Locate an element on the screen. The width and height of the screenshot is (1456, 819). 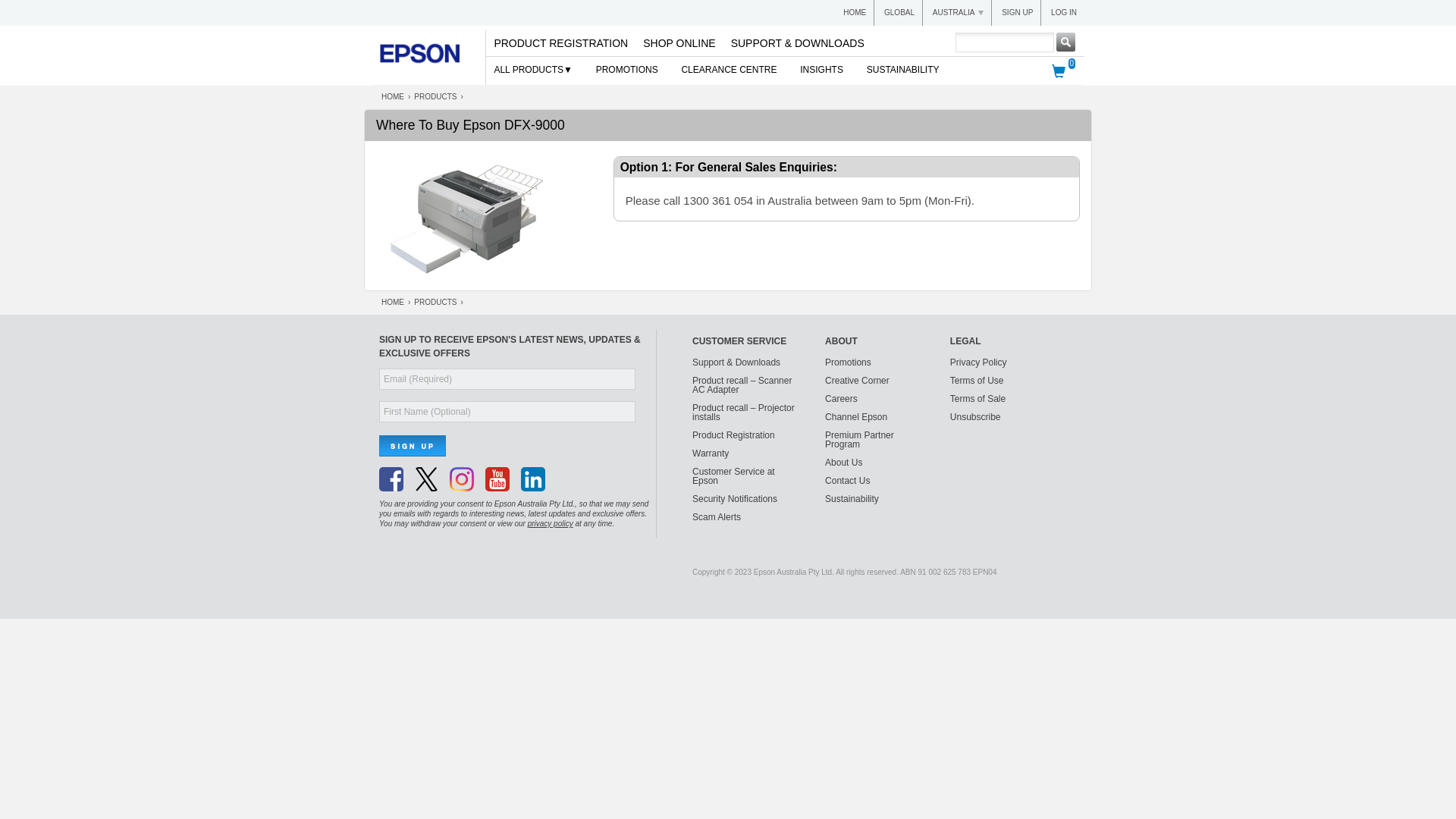
'Sustainability' is located at coordinates (852, 499).